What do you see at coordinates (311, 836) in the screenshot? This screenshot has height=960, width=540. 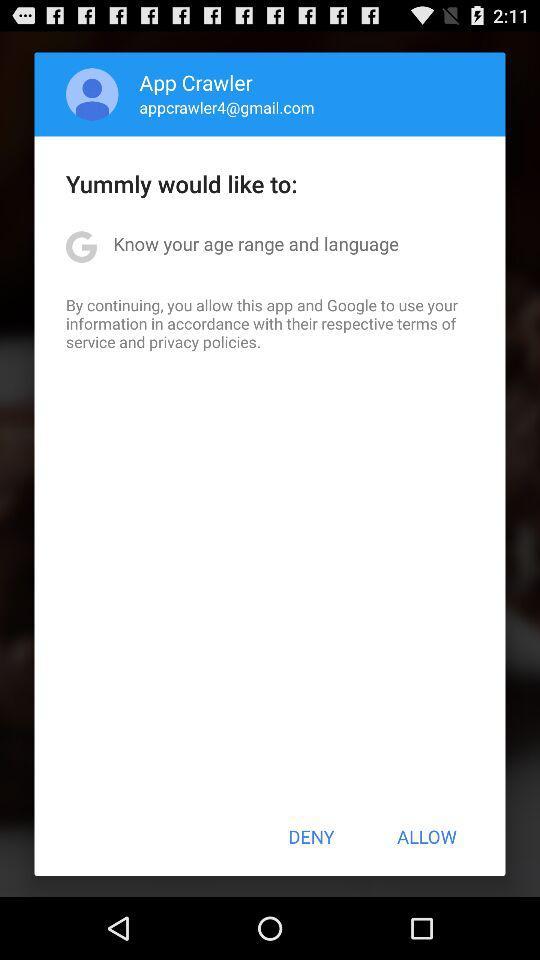 I see `the icon next to the allow` at bounding box center [311, 836].